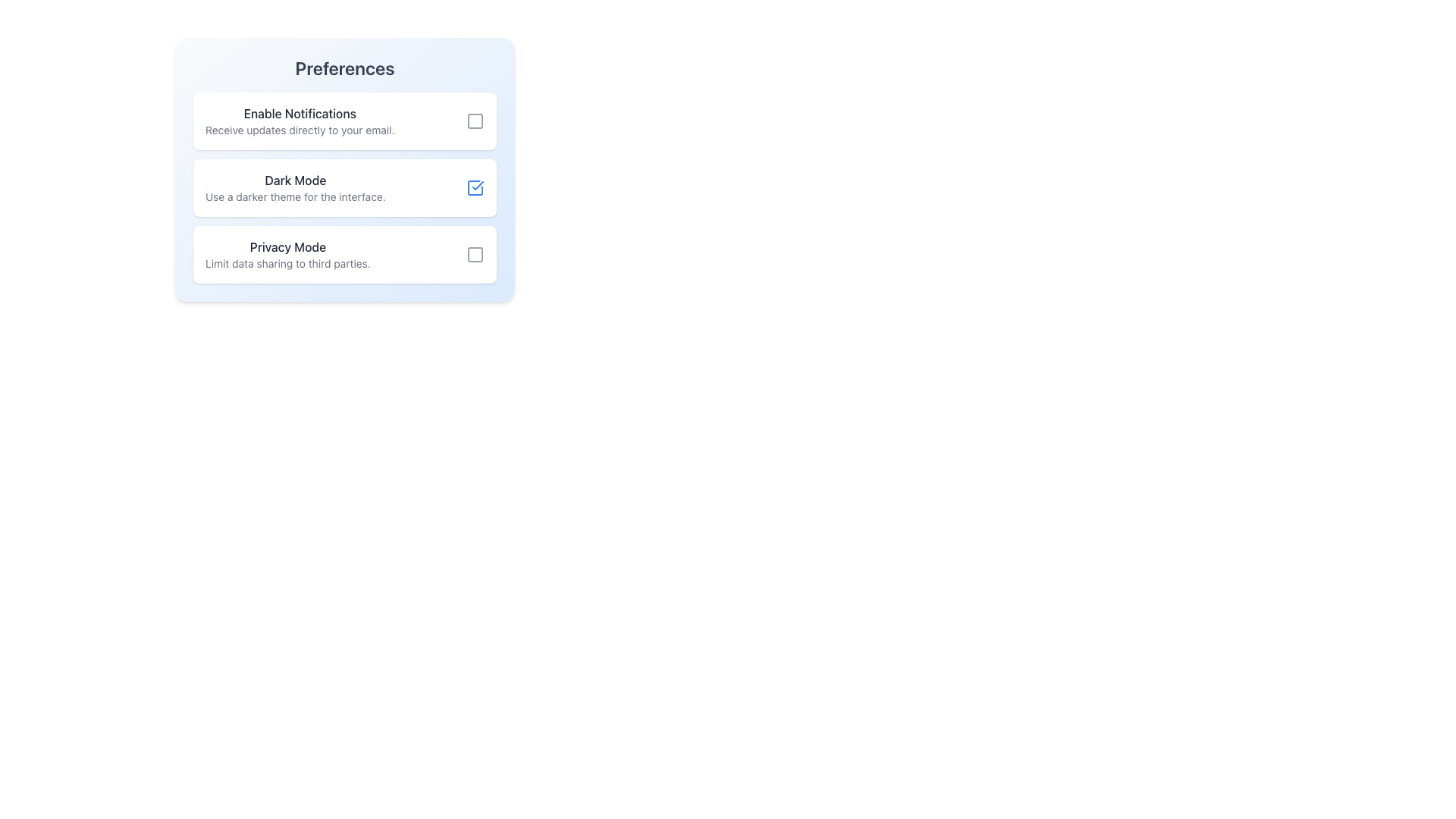 The image size is (1456, 819). Describe the element at coordinates (300, 120) in the screenshot. I see `the text block labeled 'Enable Notifications' which describes receiving updates directly to your email, located within the 'Preferences' section of the interface` at that location.